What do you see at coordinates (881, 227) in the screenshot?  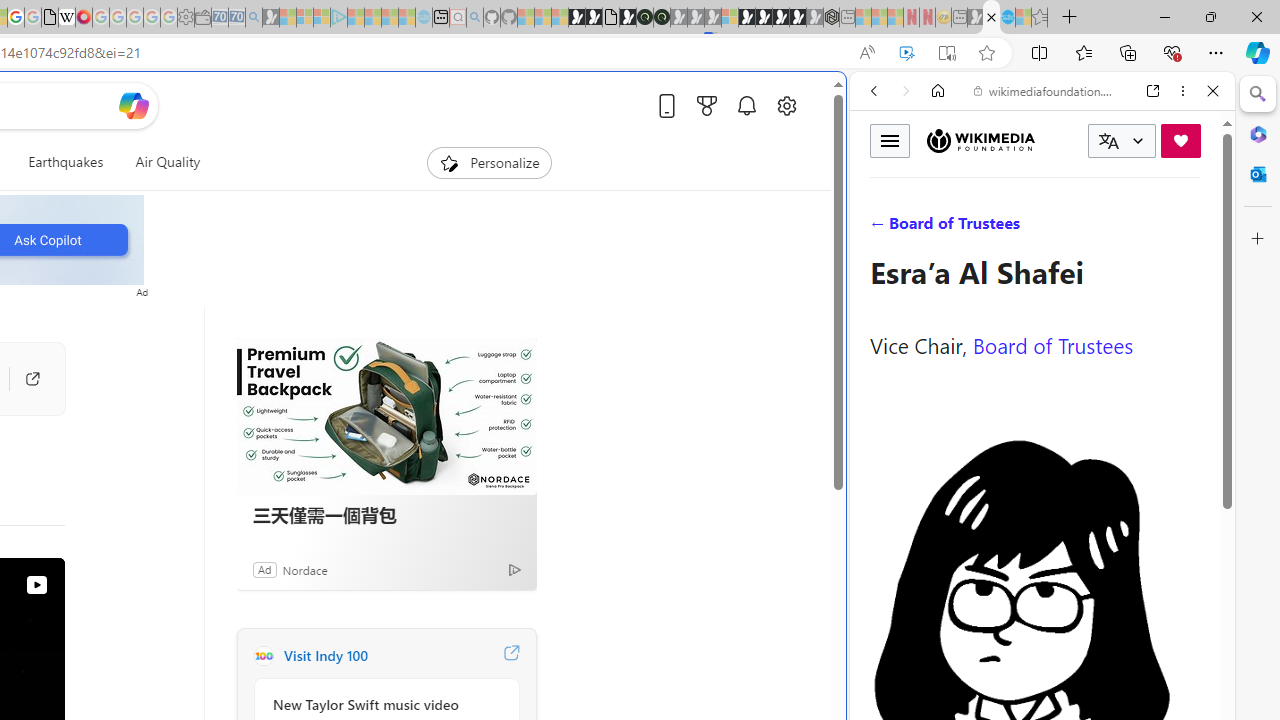 I see `'WEB  '` at bounding box center [881, 227].